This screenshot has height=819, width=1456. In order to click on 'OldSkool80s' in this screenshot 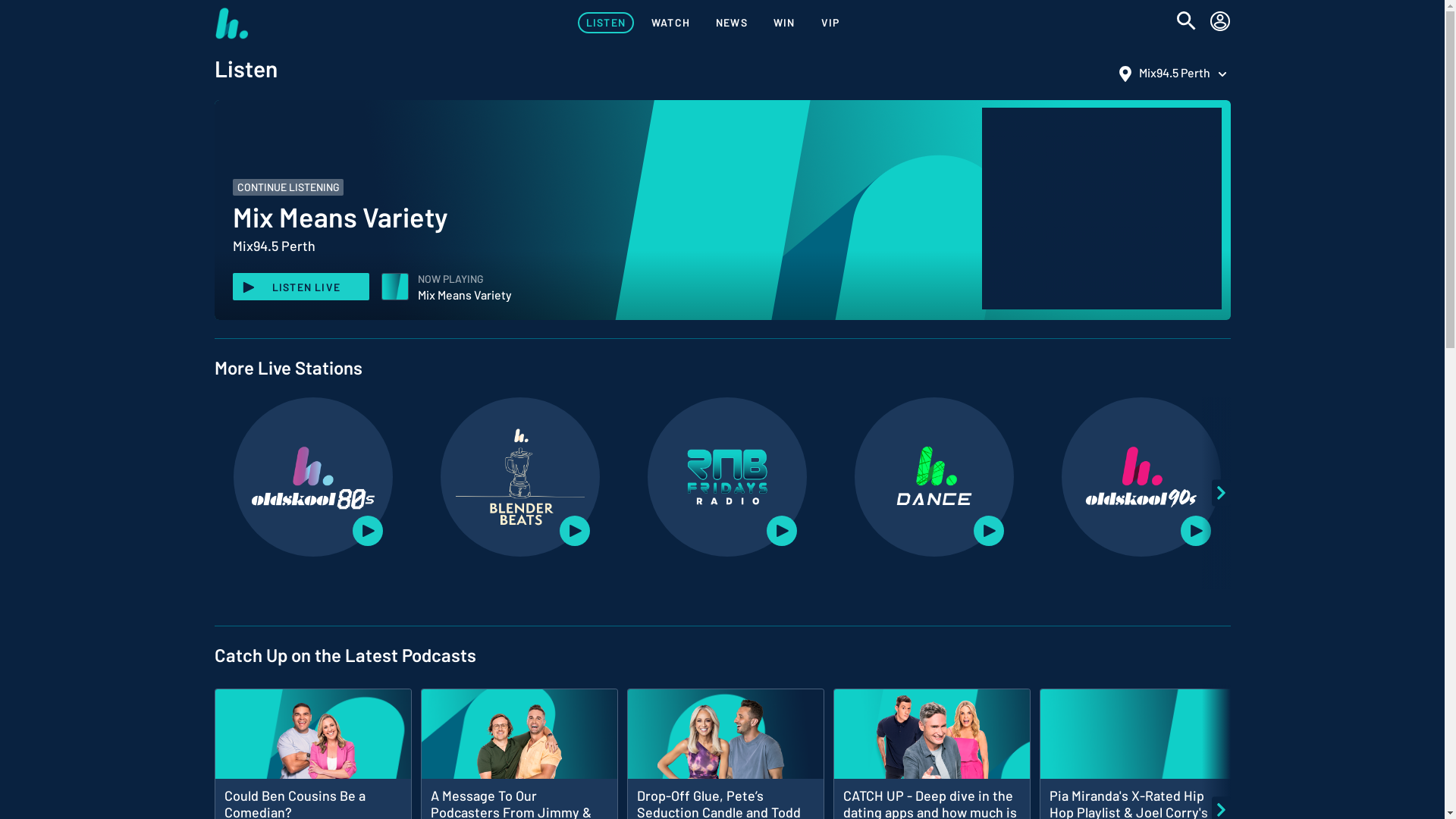, I will do `click(312, 475)`.